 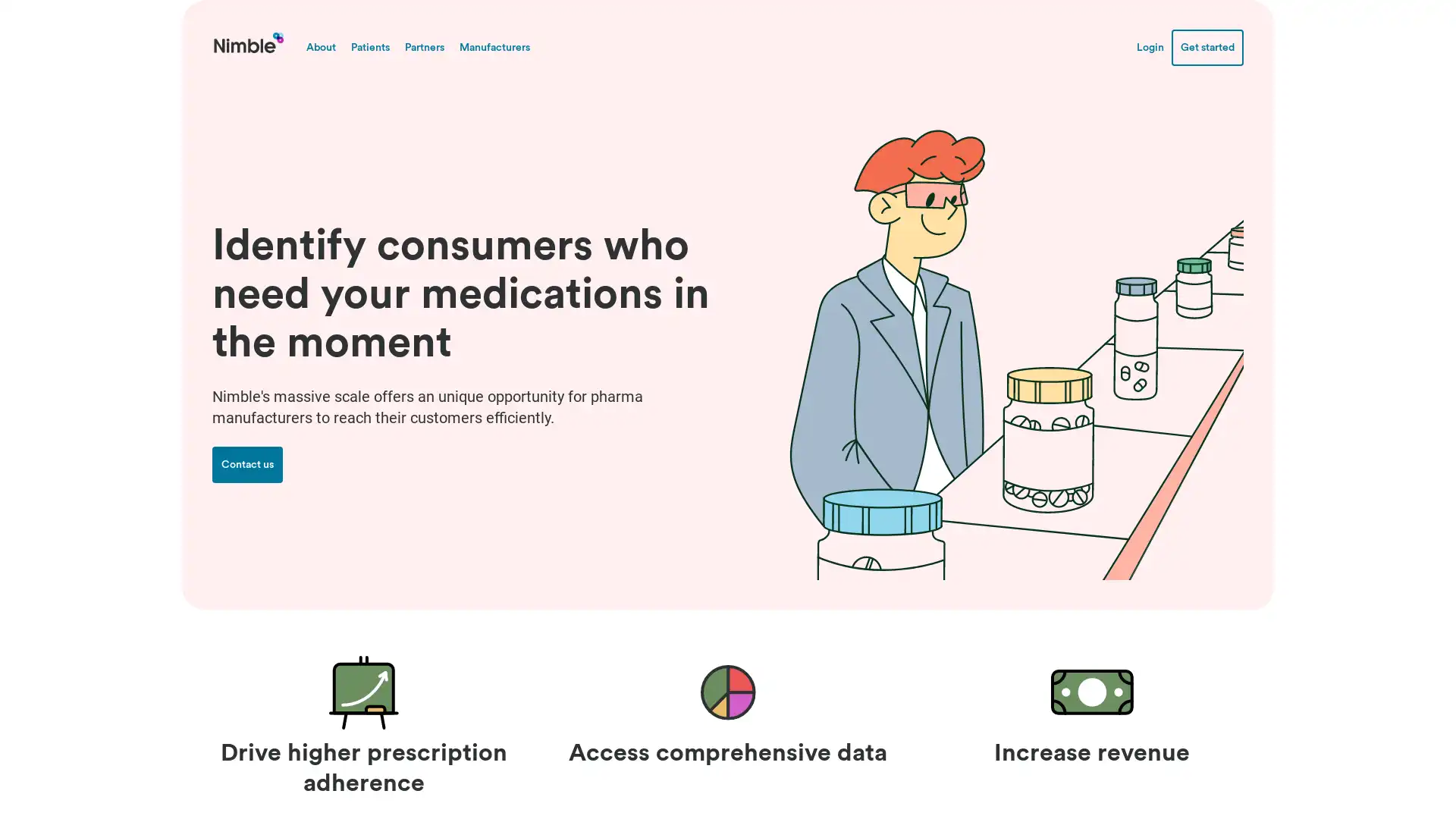 I want to click on Partners, so click(x=425, y=45).